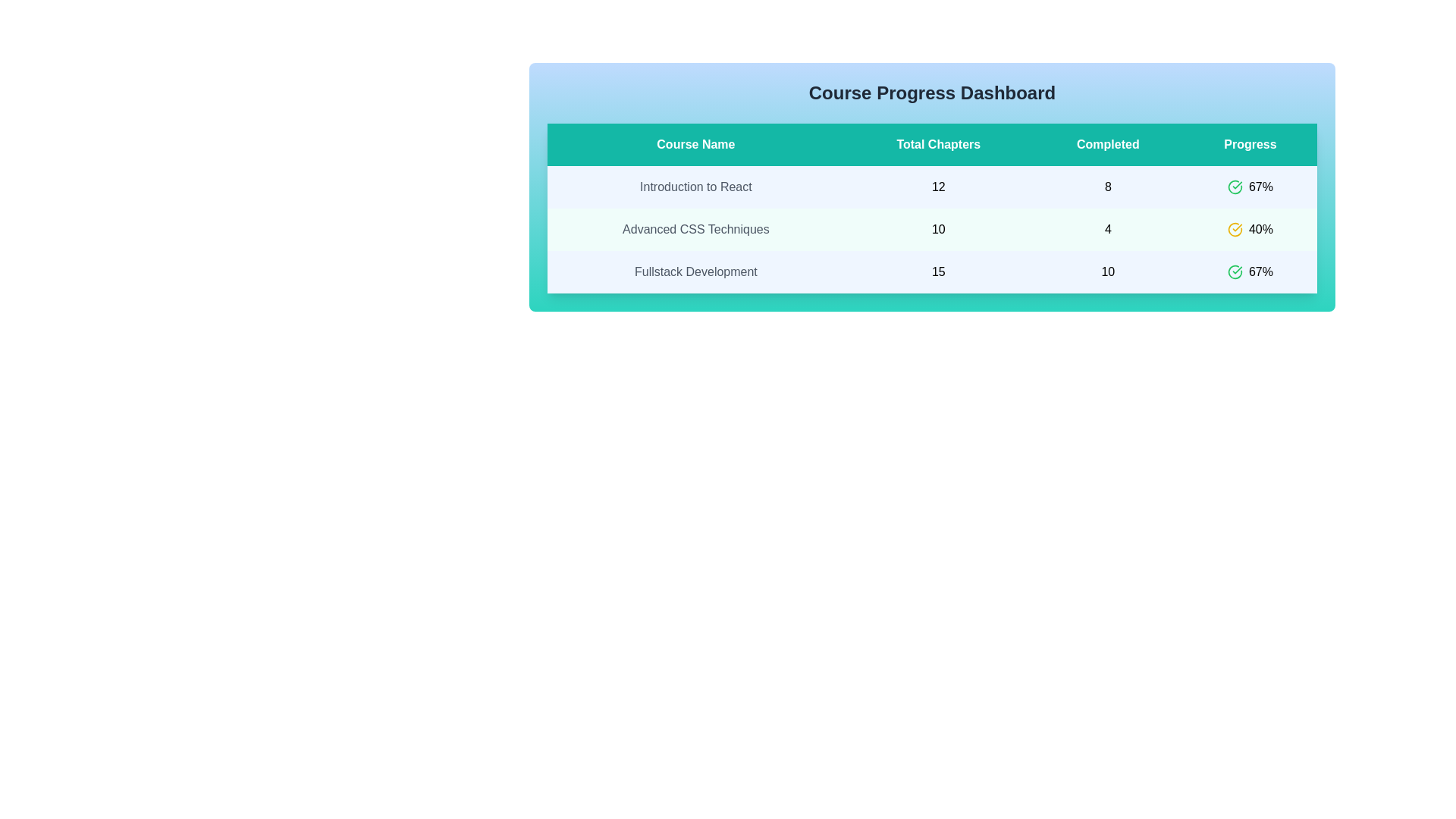  I want to click on the progress icon for the course 'Introduction to React', so click(1235, 186).